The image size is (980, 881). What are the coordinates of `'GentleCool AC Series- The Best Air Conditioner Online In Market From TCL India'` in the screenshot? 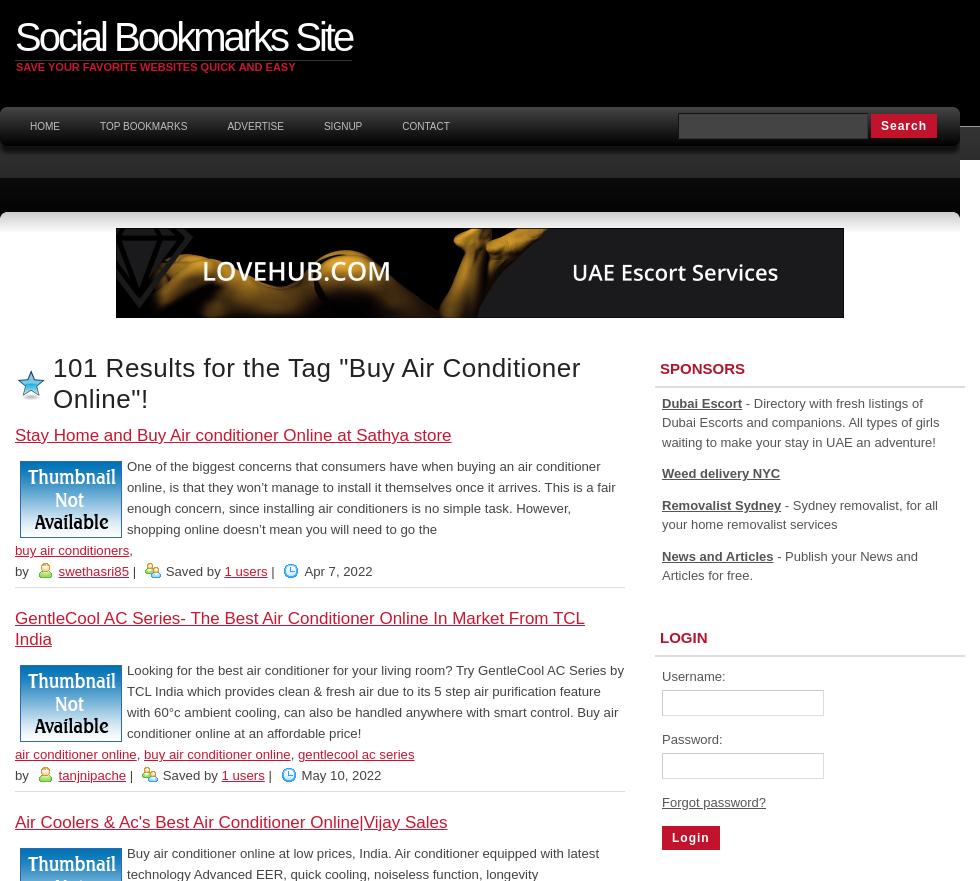 It's located at (299, 628).